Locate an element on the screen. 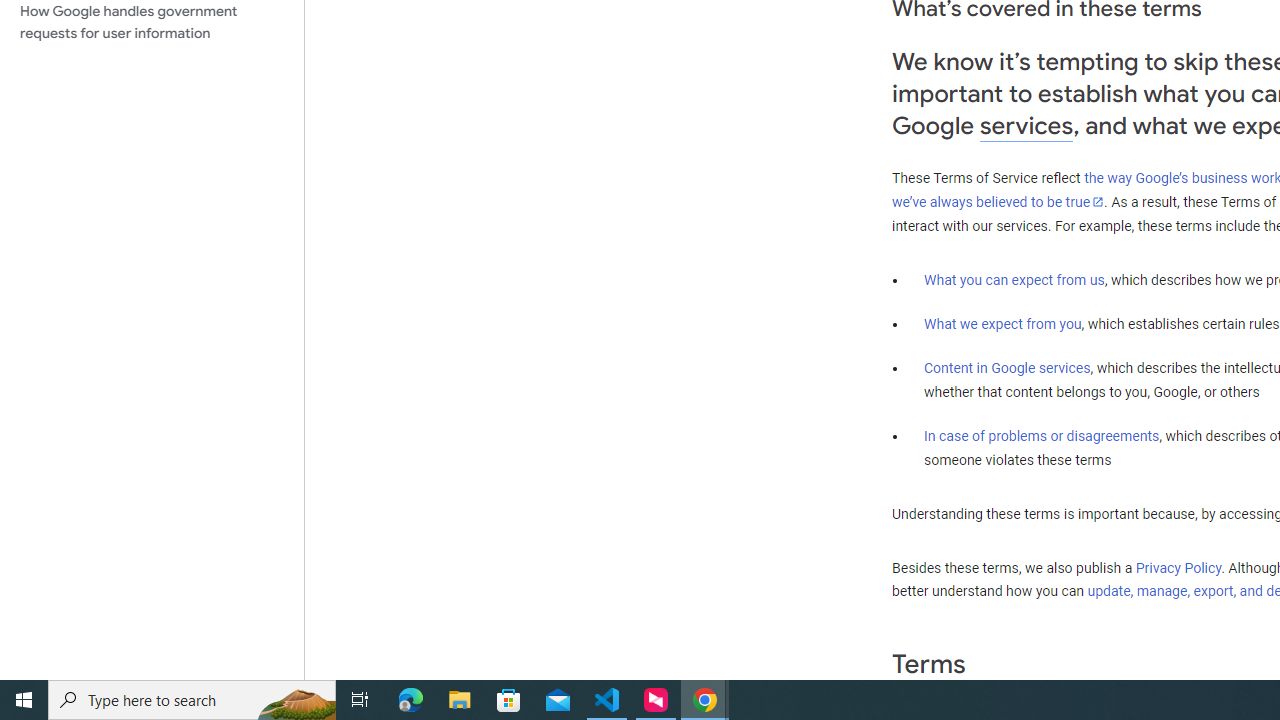 The height and width of the screenshot is (720, 1280). 'In case of problems or disagreements' is located at coordinates (1040, 434).